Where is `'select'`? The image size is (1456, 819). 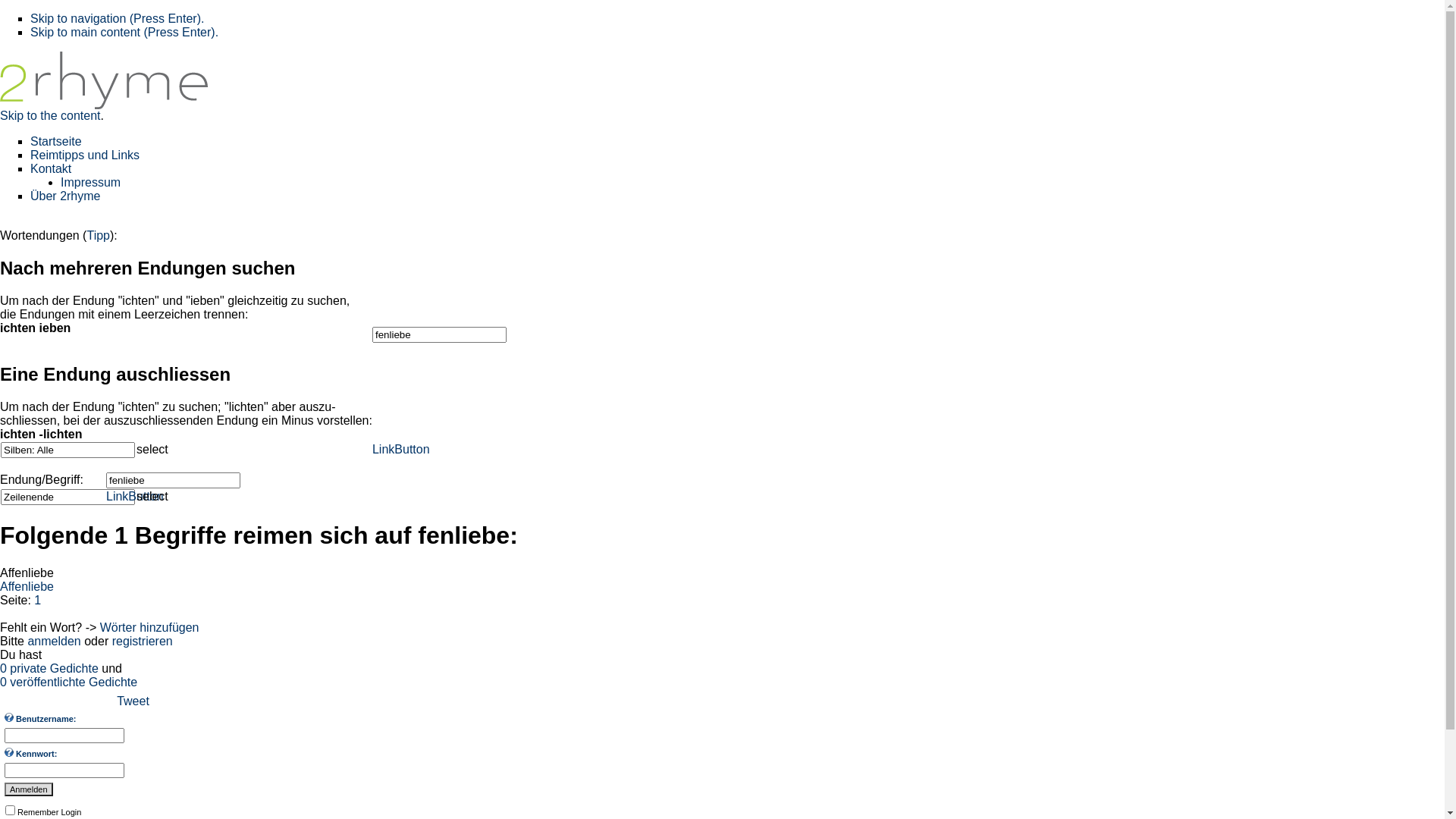
'select' is located at coordinates (152, 497).